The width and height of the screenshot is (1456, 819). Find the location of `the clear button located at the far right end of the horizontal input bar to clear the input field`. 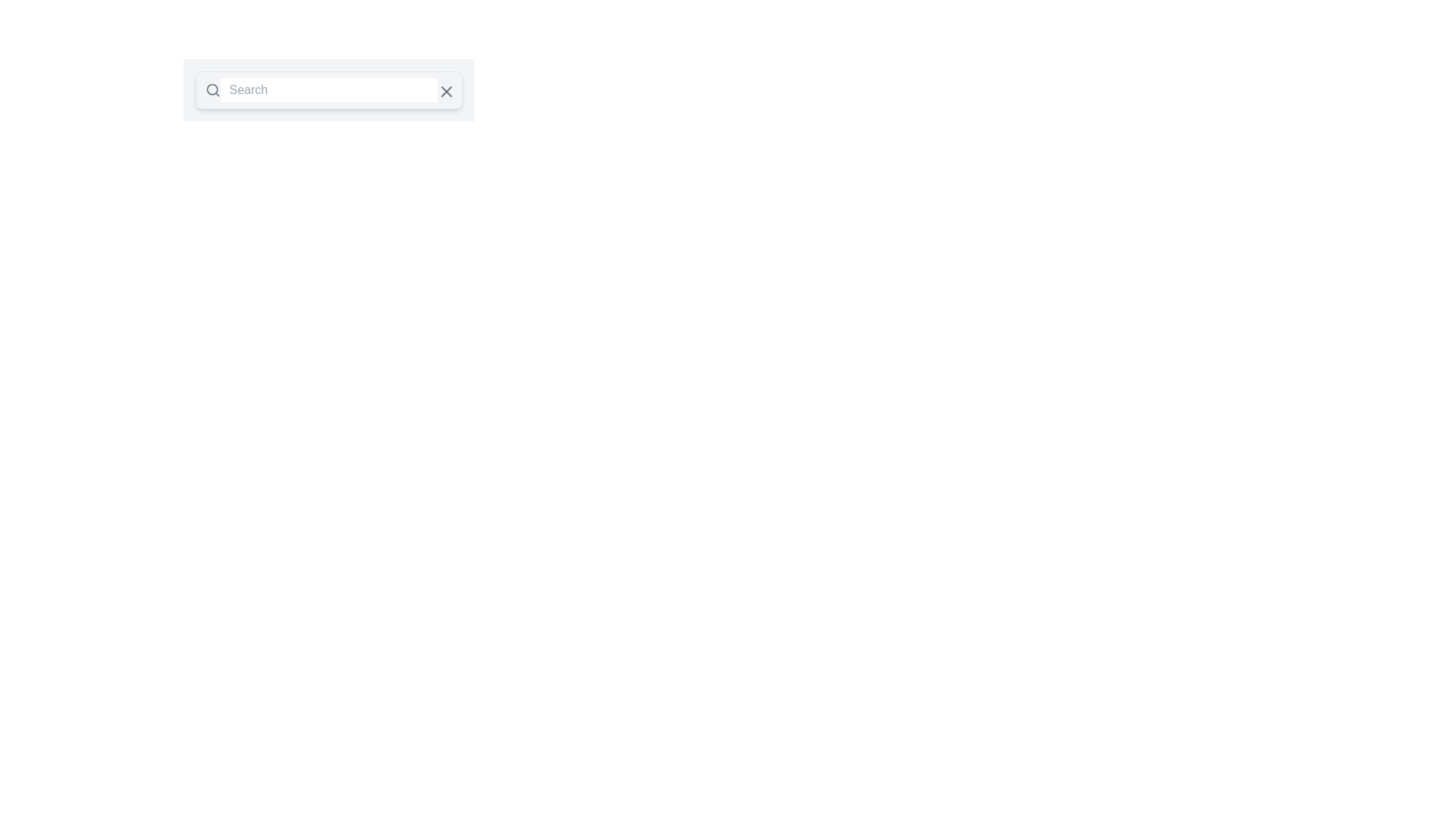

the clear button located at the far right end of the horizontal input bar to clear the input field is located at coordinates (444, 90).